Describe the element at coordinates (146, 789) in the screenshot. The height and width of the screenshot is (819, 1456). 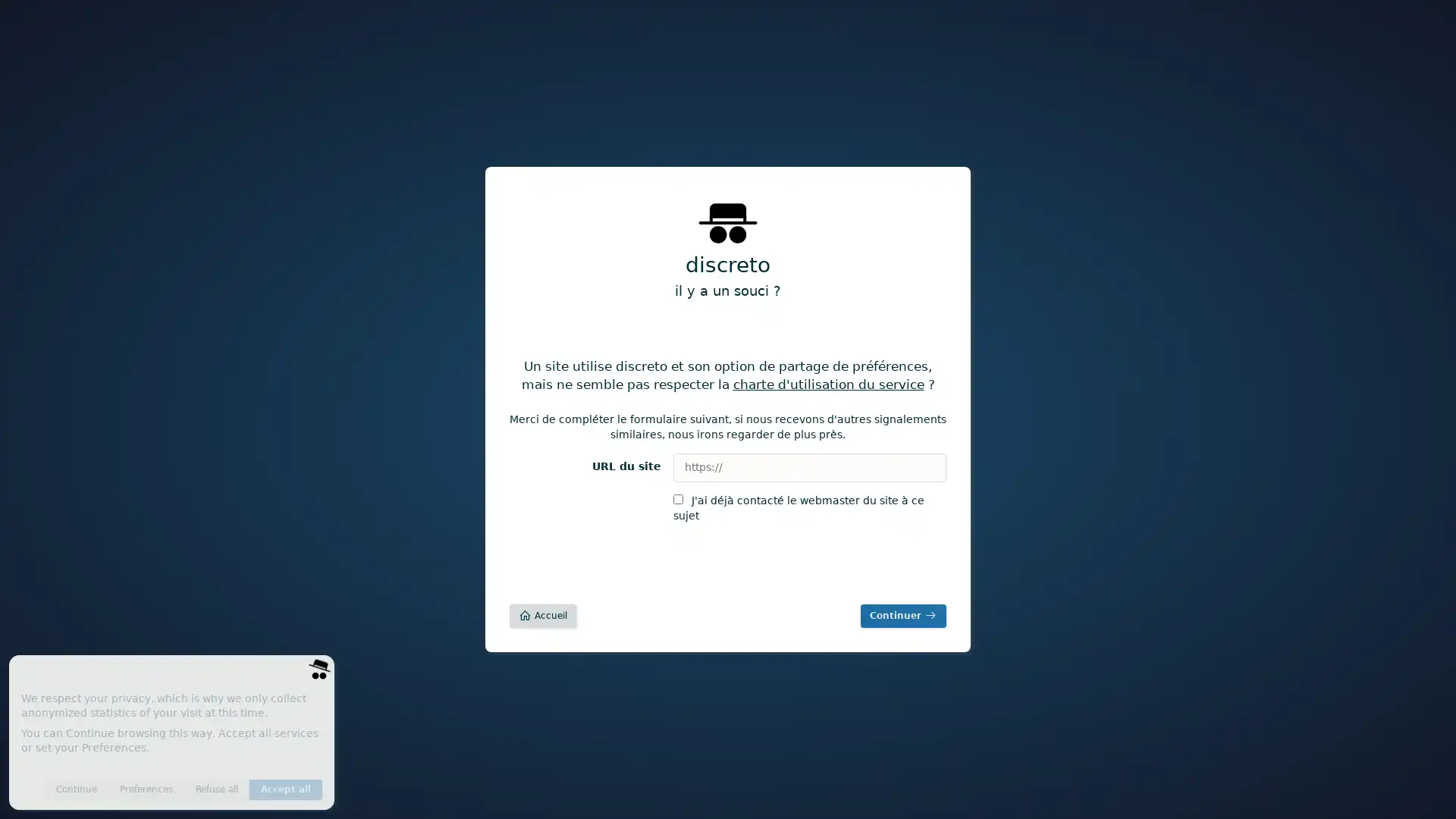
I see `Preferences` at that location.